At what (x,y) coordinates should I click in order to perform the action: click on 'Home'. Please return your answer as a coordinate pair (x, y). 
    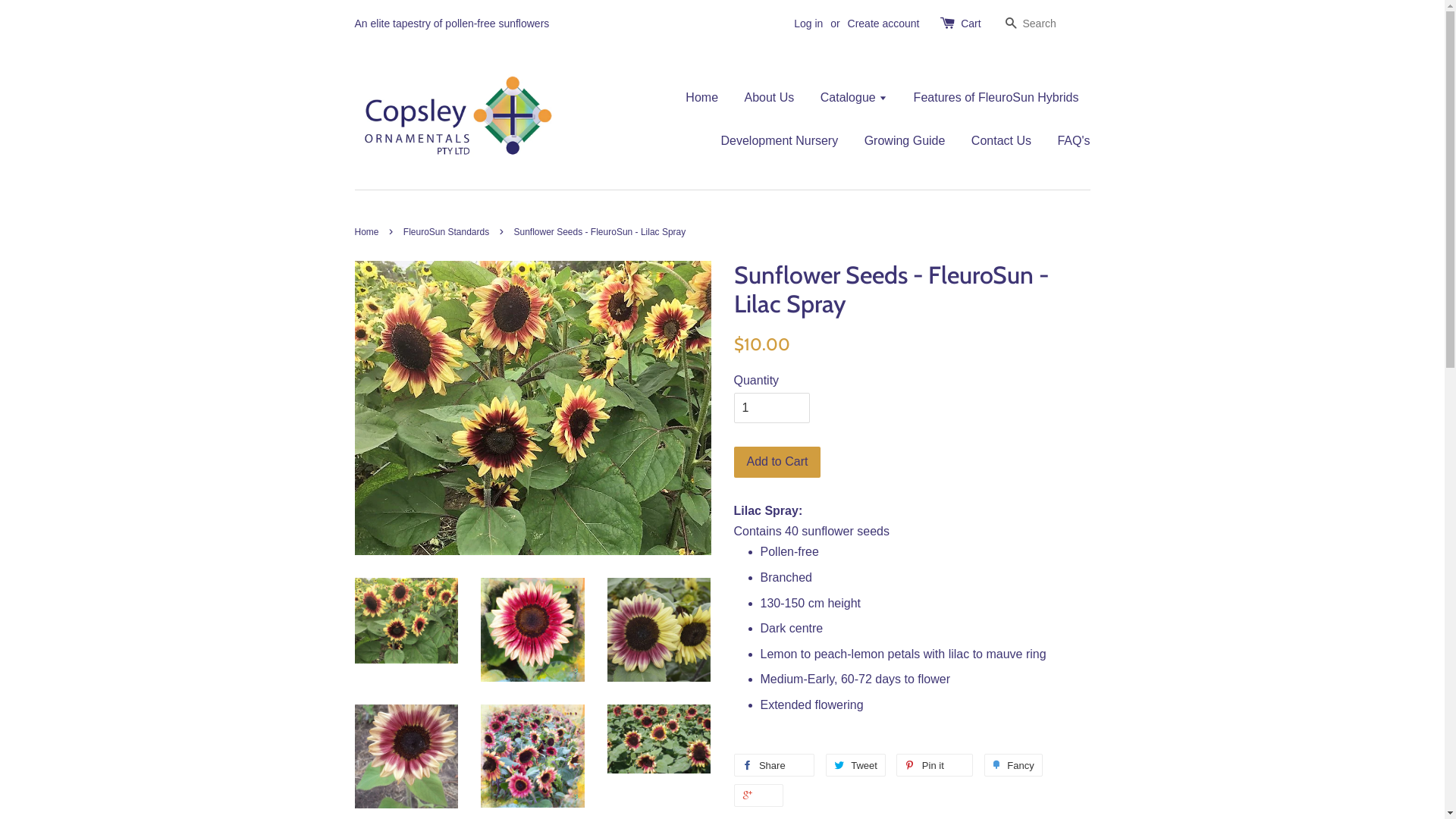
    Looking at the image, I should click on (369, 231).